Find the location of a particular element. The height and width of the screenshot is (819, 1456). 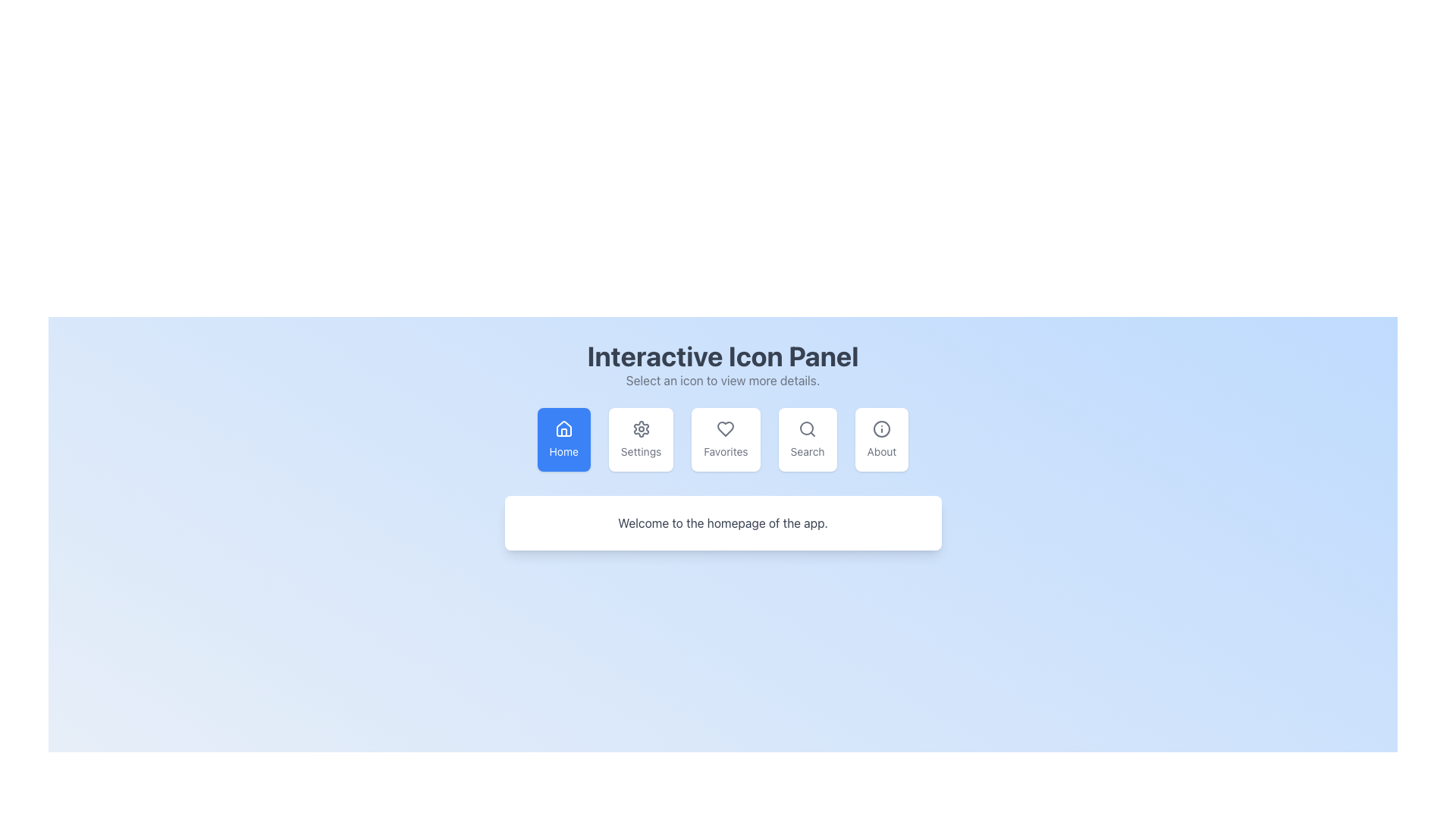

the information icon in the 'About' button, which is a circular SVG graphic with a centrally aligned 'i' symbol, located at the far-right side of the navigational buttons is located at coordinates (881, 429).